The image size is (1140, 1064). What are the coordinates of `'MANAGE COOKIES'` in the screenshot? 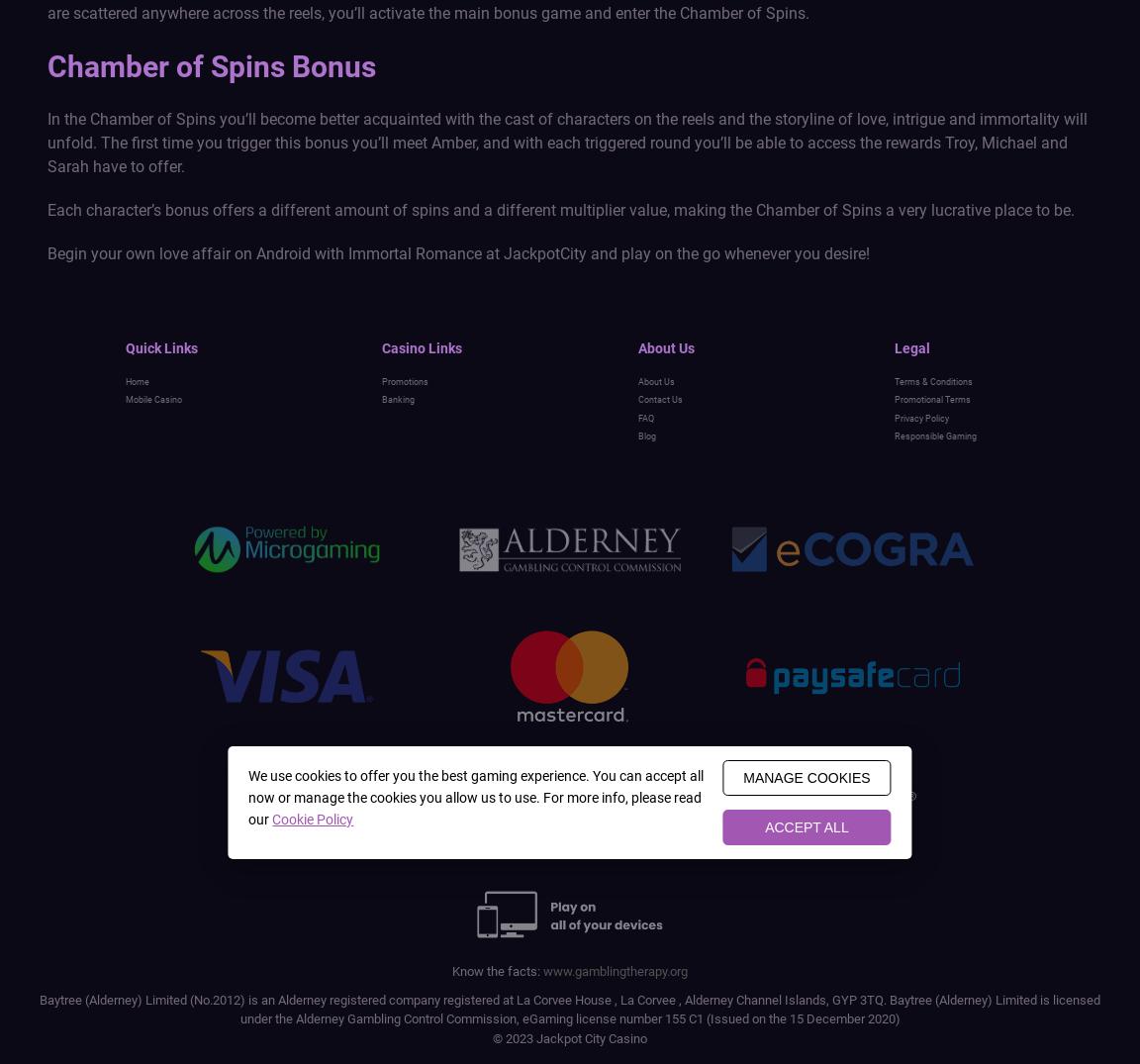 It's located at (742, 777).